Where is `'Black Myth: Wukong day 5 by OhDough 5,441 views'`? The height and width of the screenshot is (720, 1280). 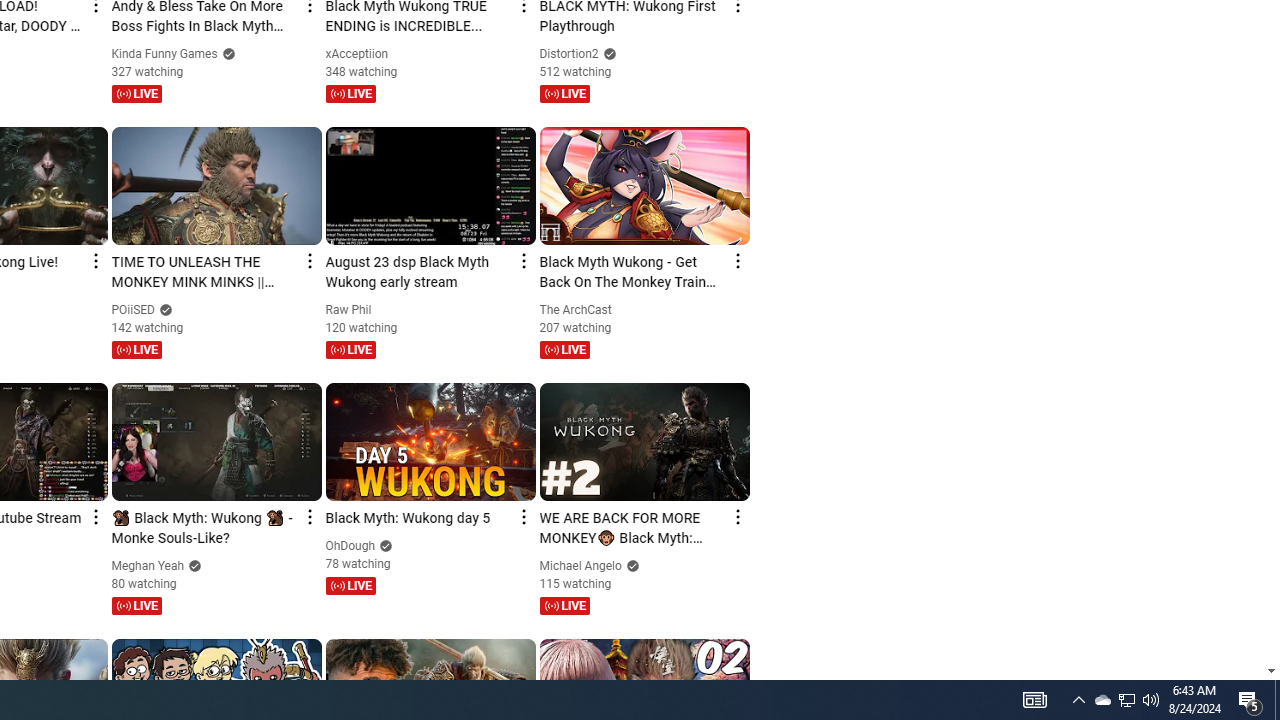 'Black Myth: Wukong day 5 by OhDough 5,441 views' is located at coordinates (417, 518).